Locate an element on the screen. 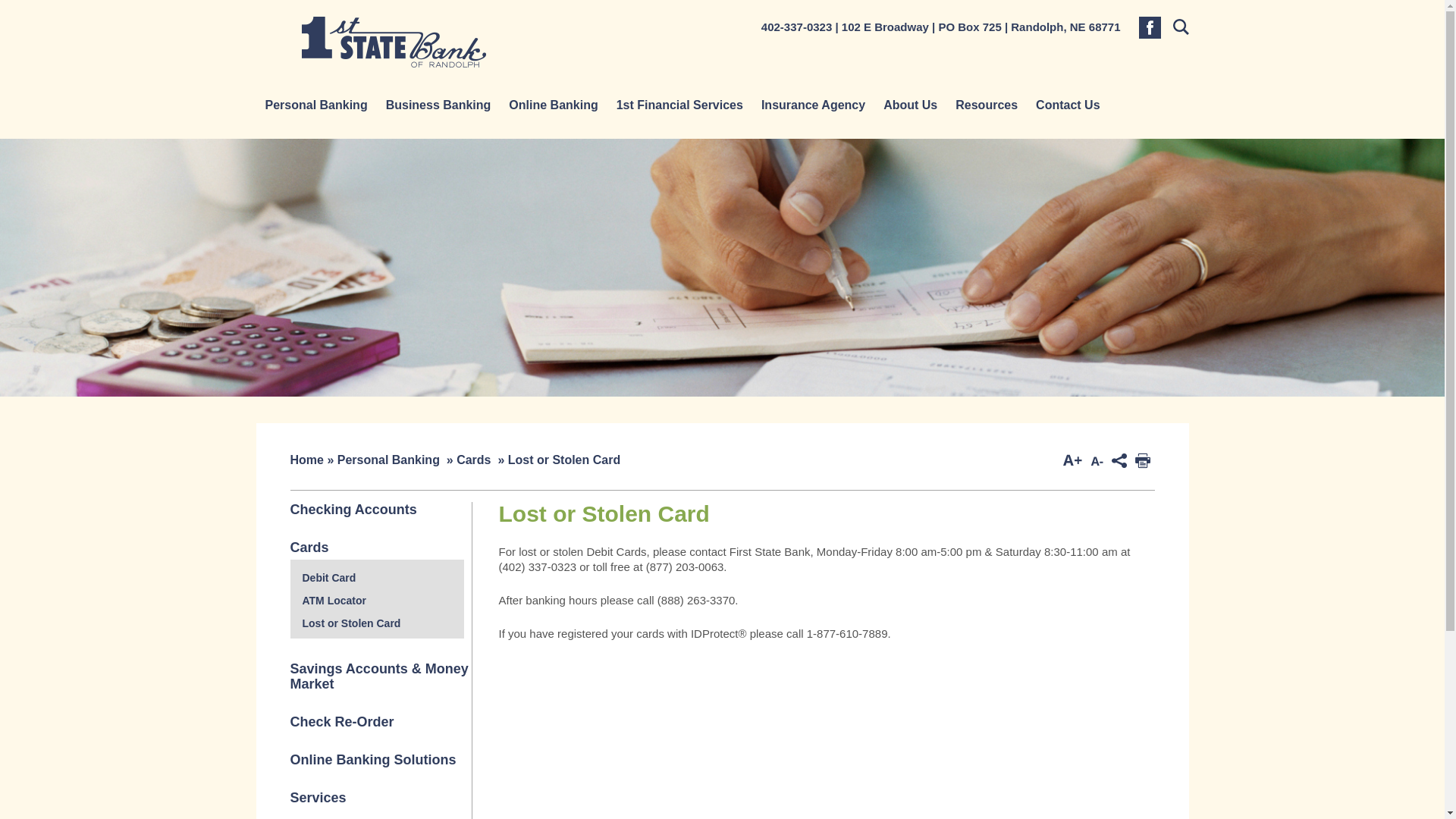  'ATM Locator' is located at coordinates (333, 599).